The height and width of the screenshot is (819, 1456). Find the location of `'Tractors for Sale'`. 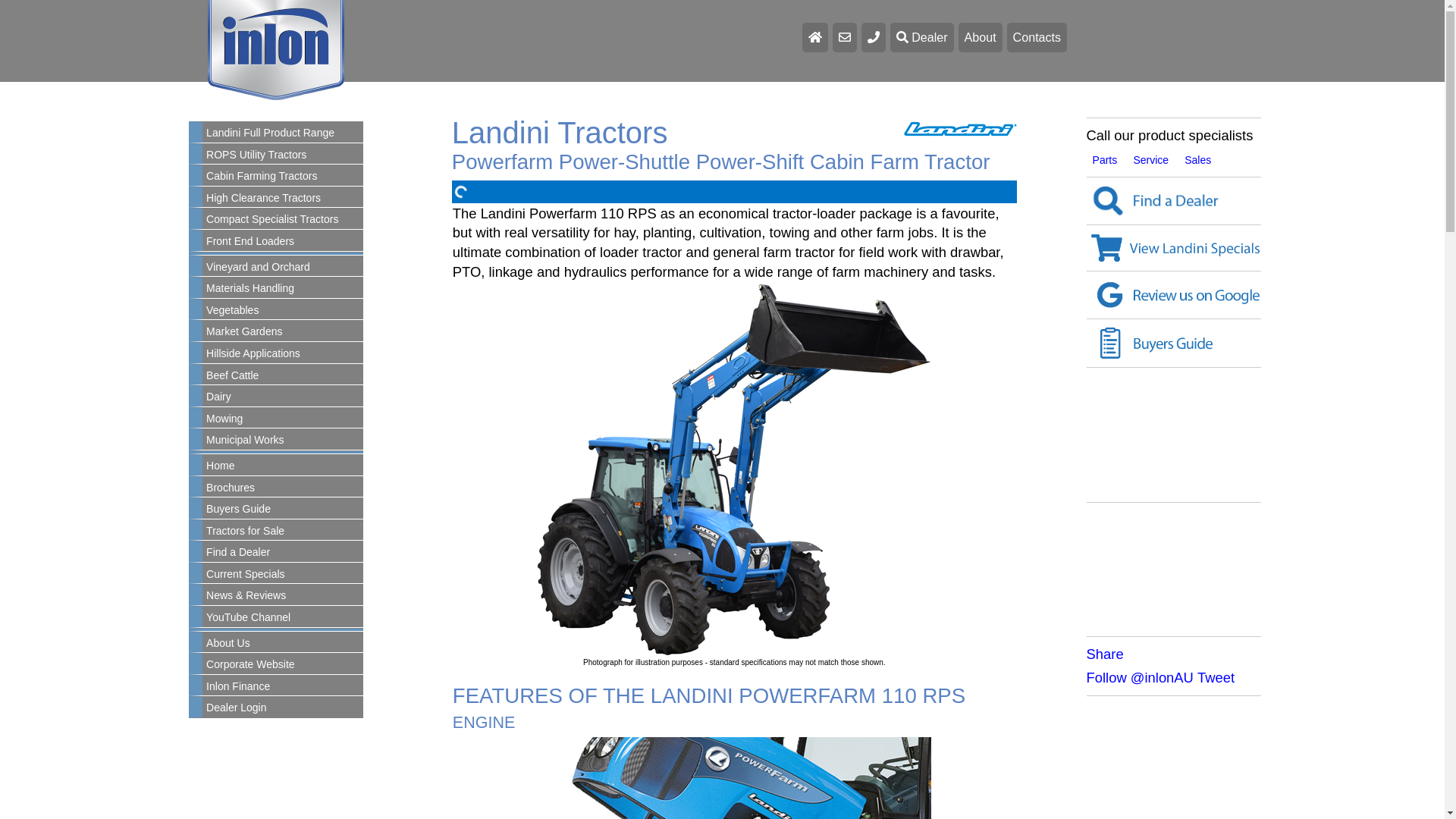

'Tractors for Sale' is located at coordinates (283, 531).